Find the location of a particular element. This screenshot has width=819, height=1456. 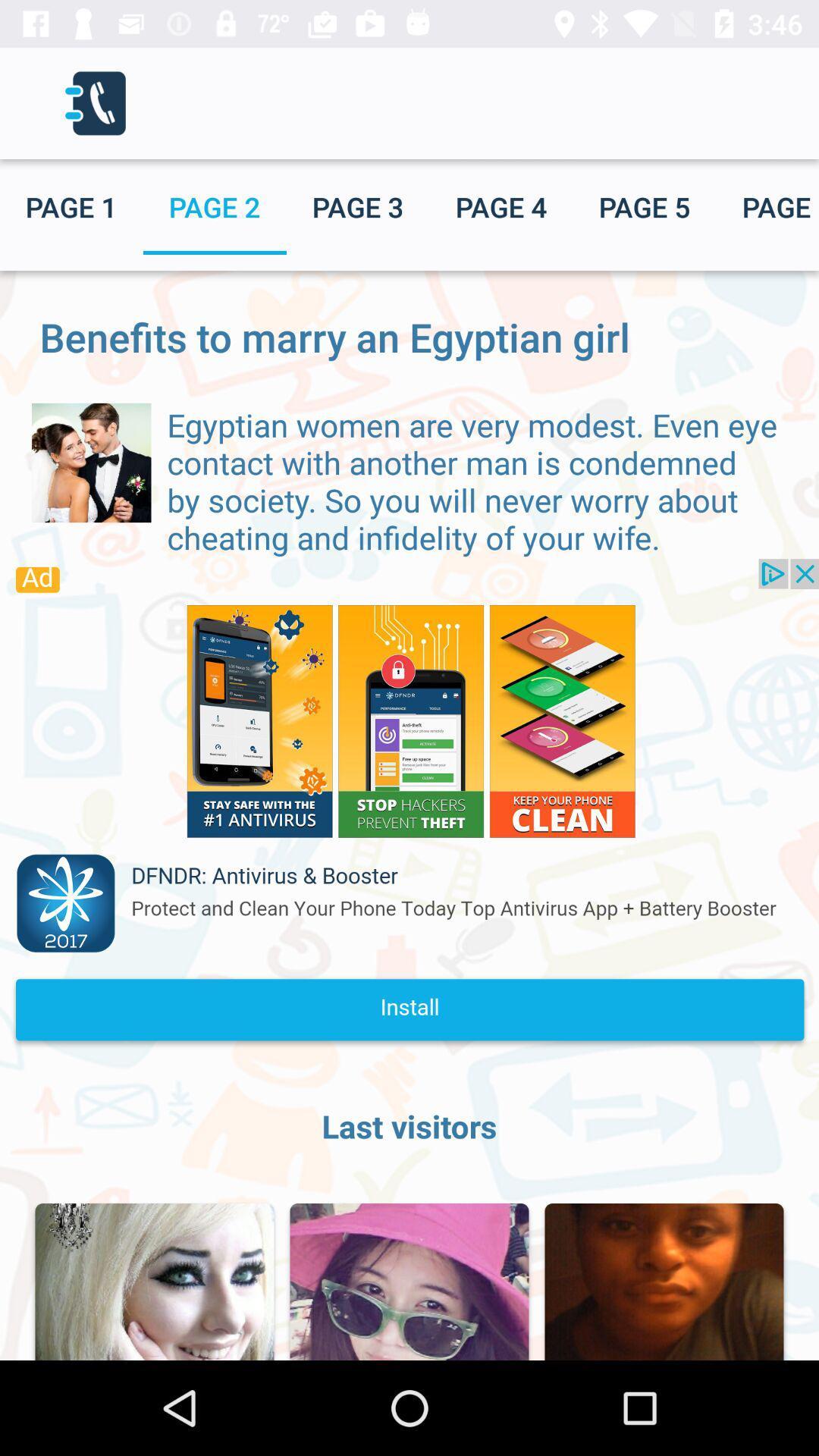

advertisement button is located at coordinates (409, 807).